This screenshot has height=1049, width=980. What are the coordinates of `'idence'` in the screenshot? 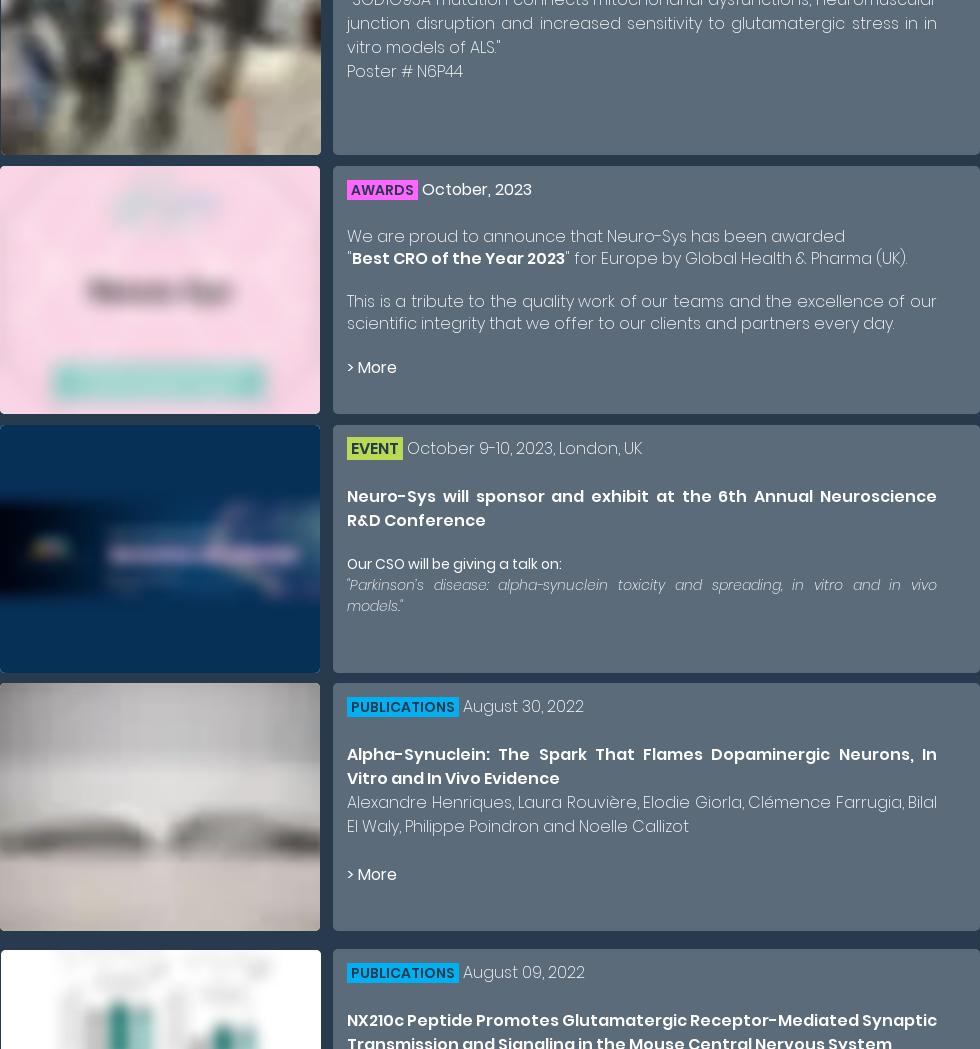 It's located at (530, 778).